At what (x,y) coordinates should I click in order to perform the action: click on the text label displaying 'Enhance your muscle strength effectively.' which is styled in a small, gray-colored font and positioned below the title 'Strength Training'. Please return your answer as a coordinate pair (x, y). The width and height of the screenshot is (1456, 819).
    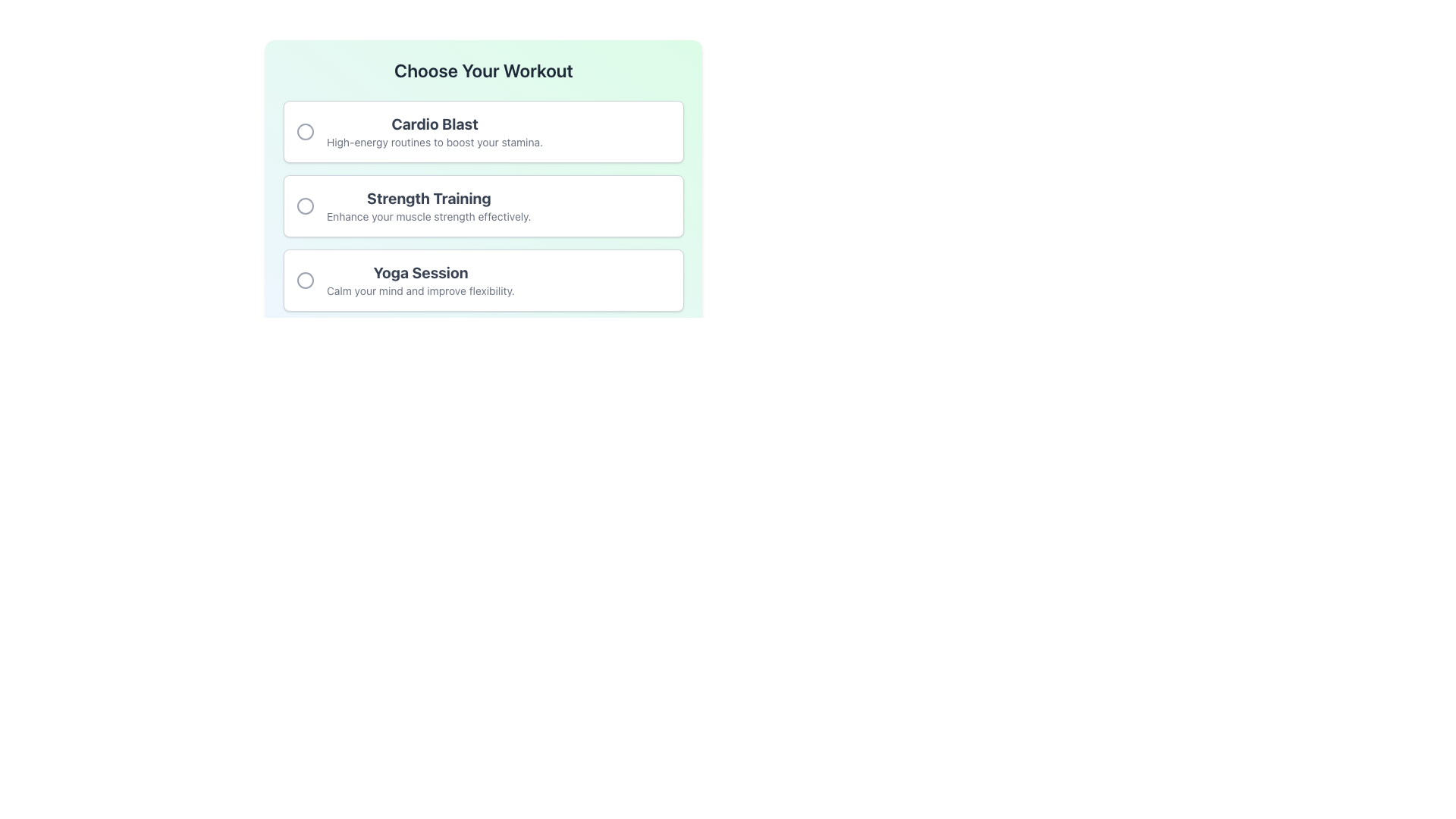
    Looking at the image, I should click on (428, 216).